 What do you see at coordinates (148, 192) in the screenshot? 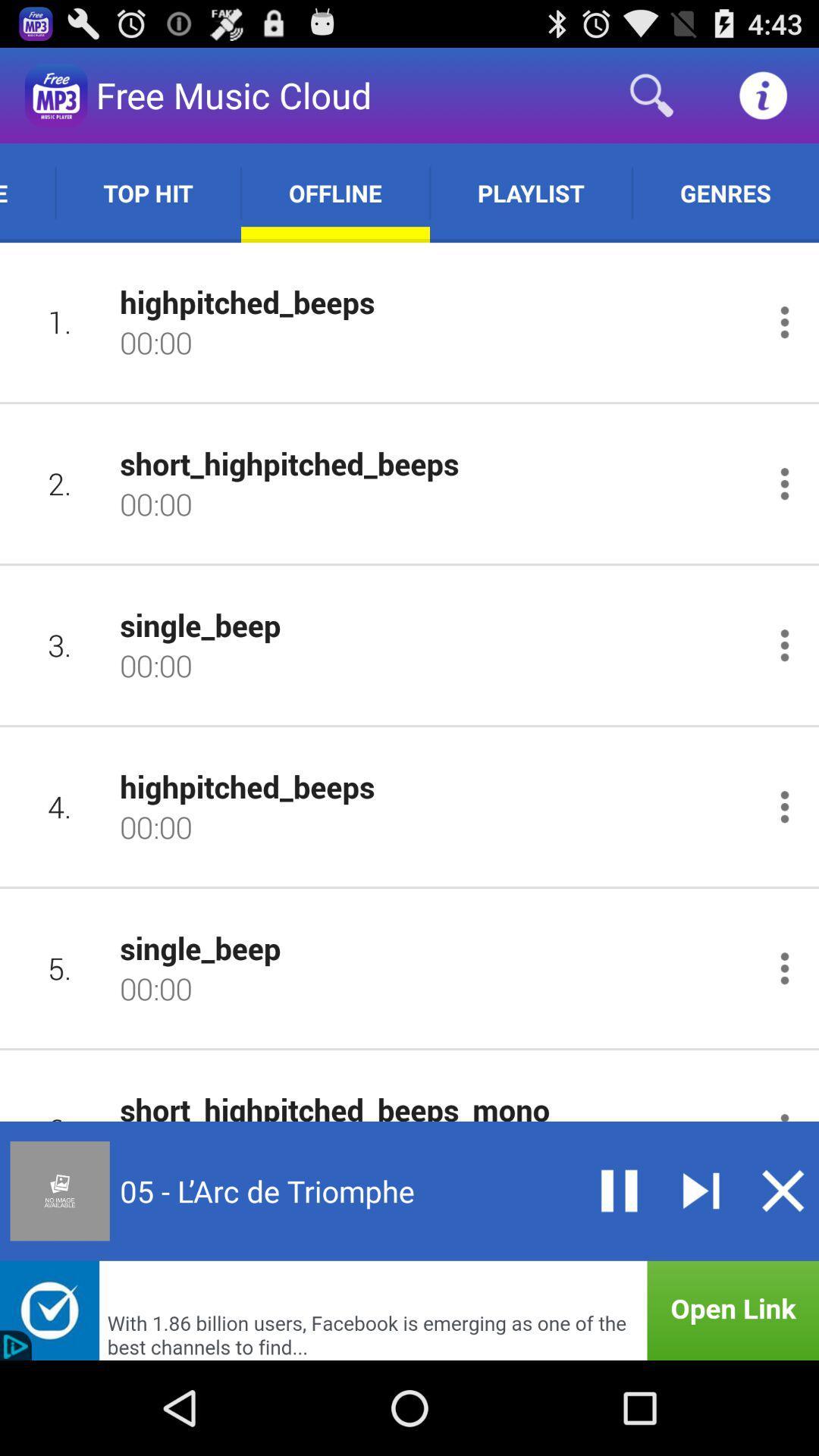
I see `top hit app` at bounding box center [148, 192].